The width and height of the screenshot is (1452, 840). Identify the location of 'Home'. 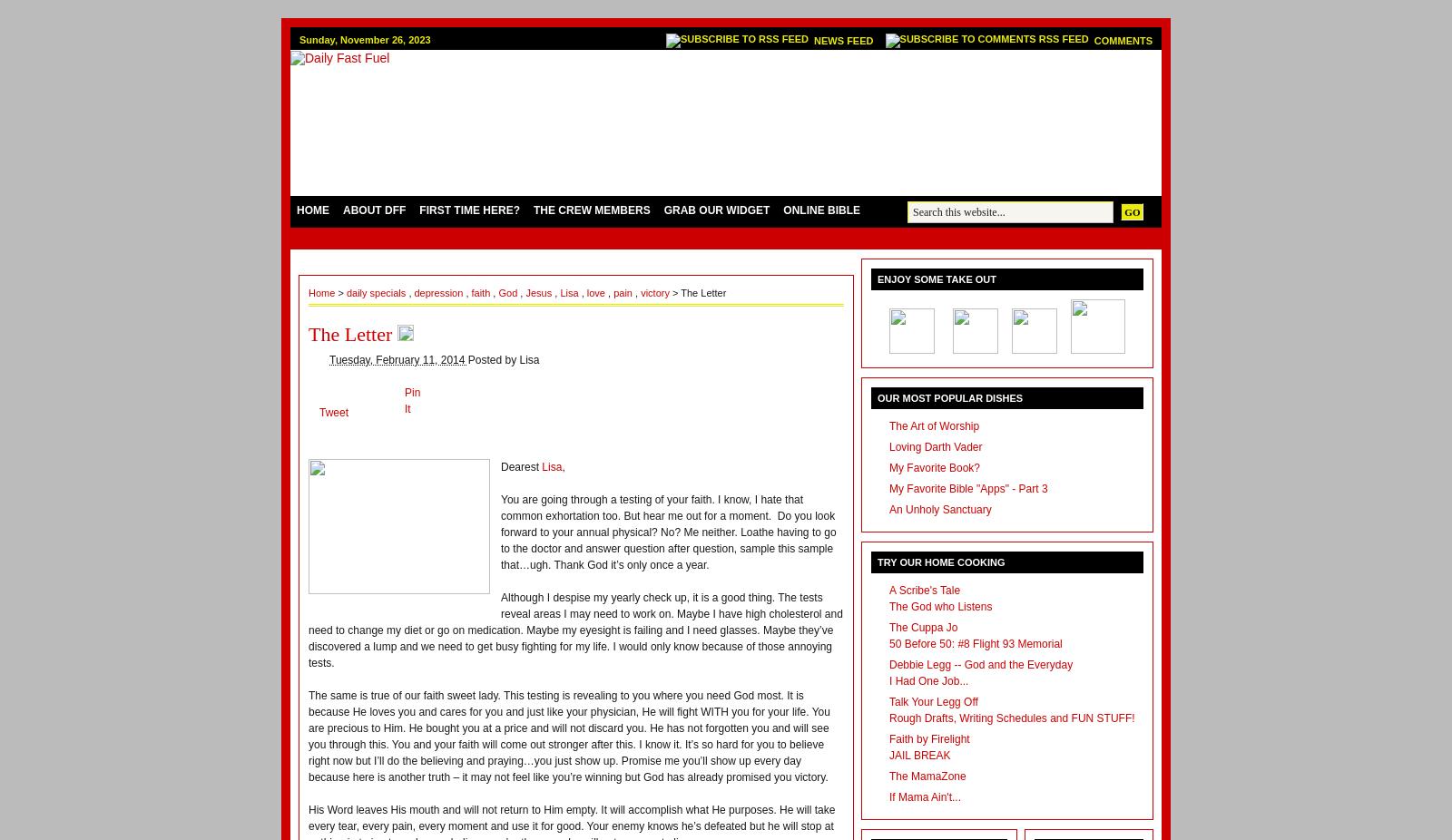
(323, 292).